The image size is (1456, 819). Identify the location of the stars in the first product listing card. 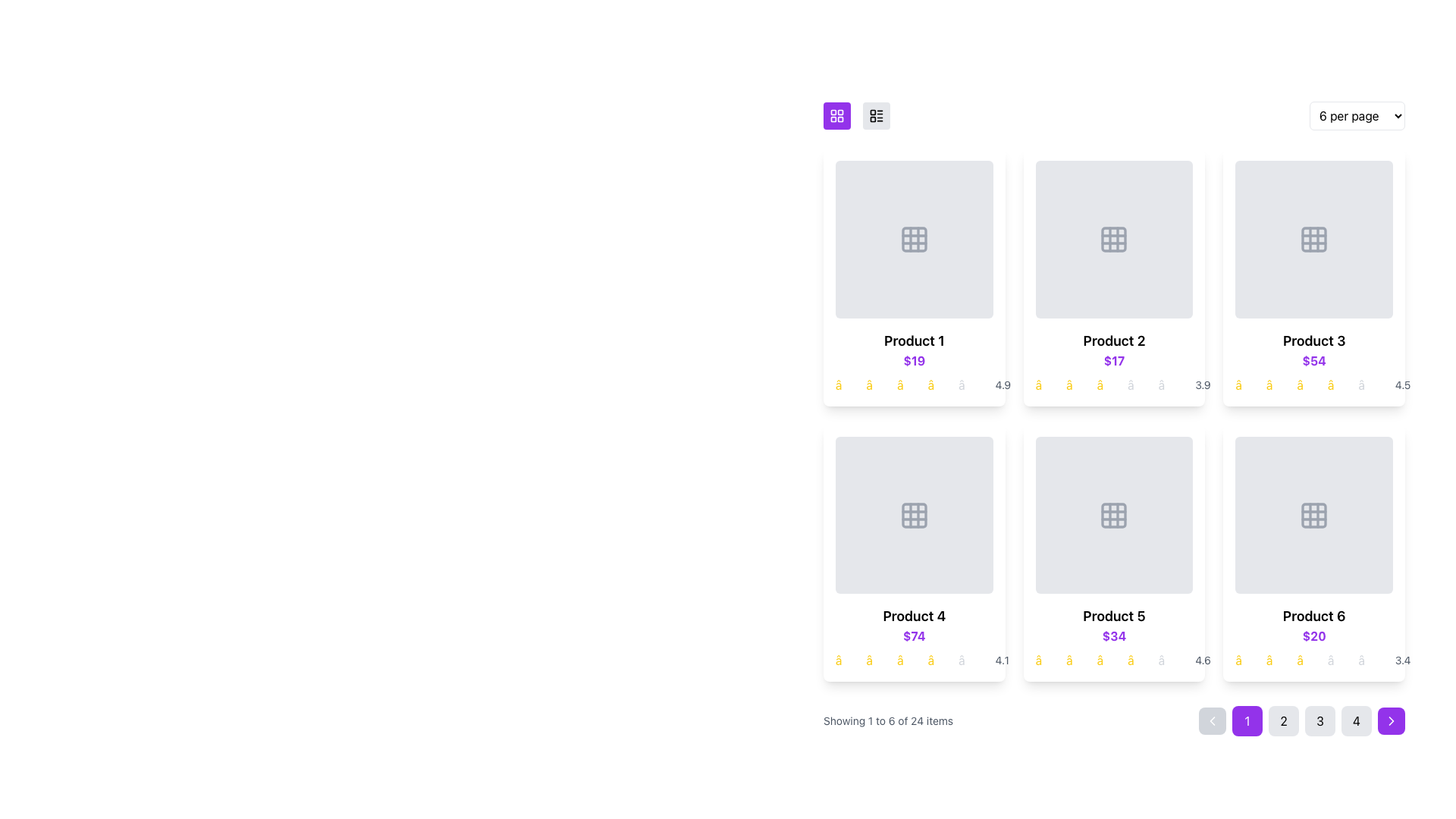
(913, 362).